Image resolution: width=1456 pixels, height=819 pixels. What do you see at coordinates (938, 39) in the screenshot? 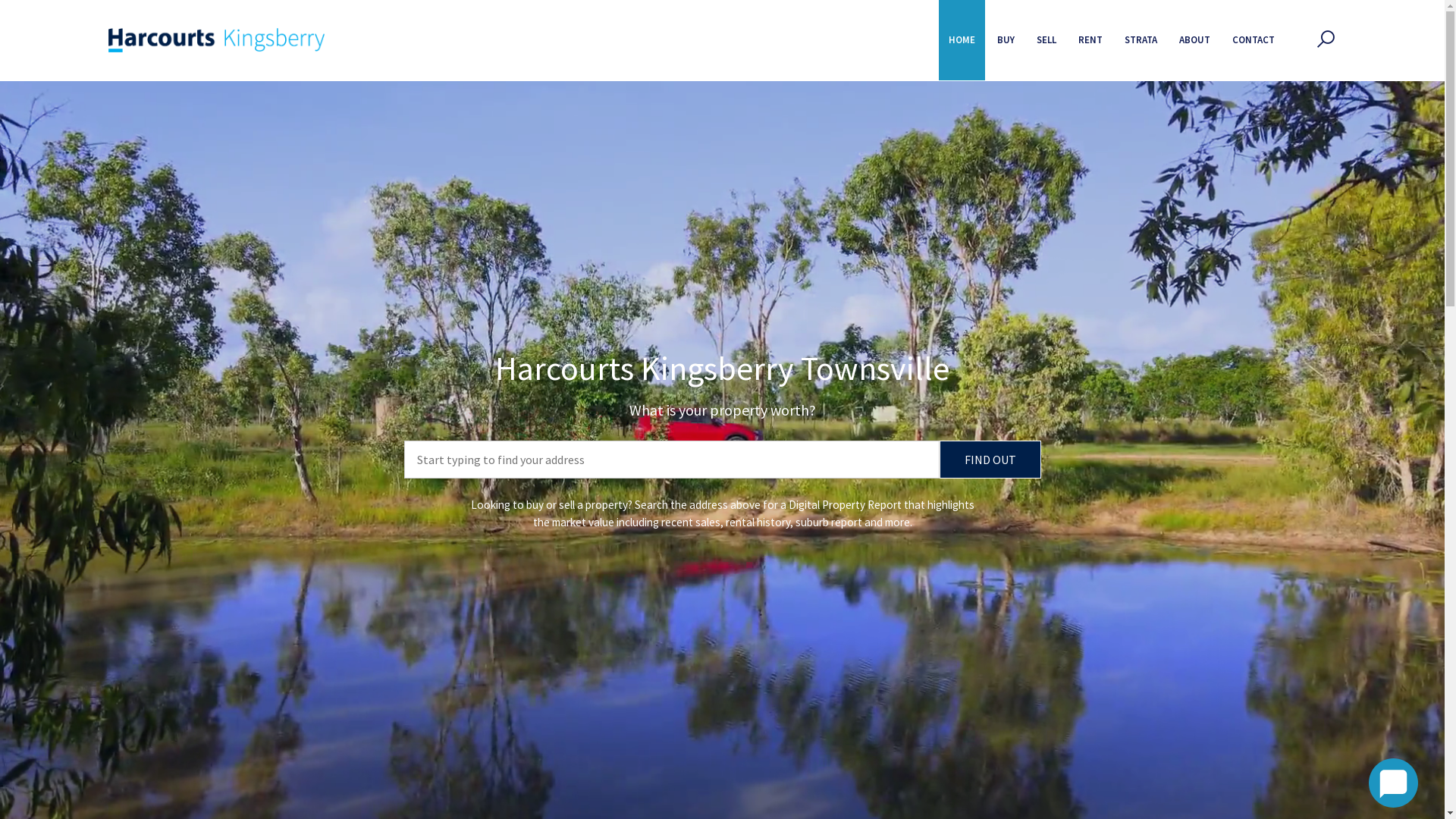
I see `'HOME'` at bounding box center [938, 39].